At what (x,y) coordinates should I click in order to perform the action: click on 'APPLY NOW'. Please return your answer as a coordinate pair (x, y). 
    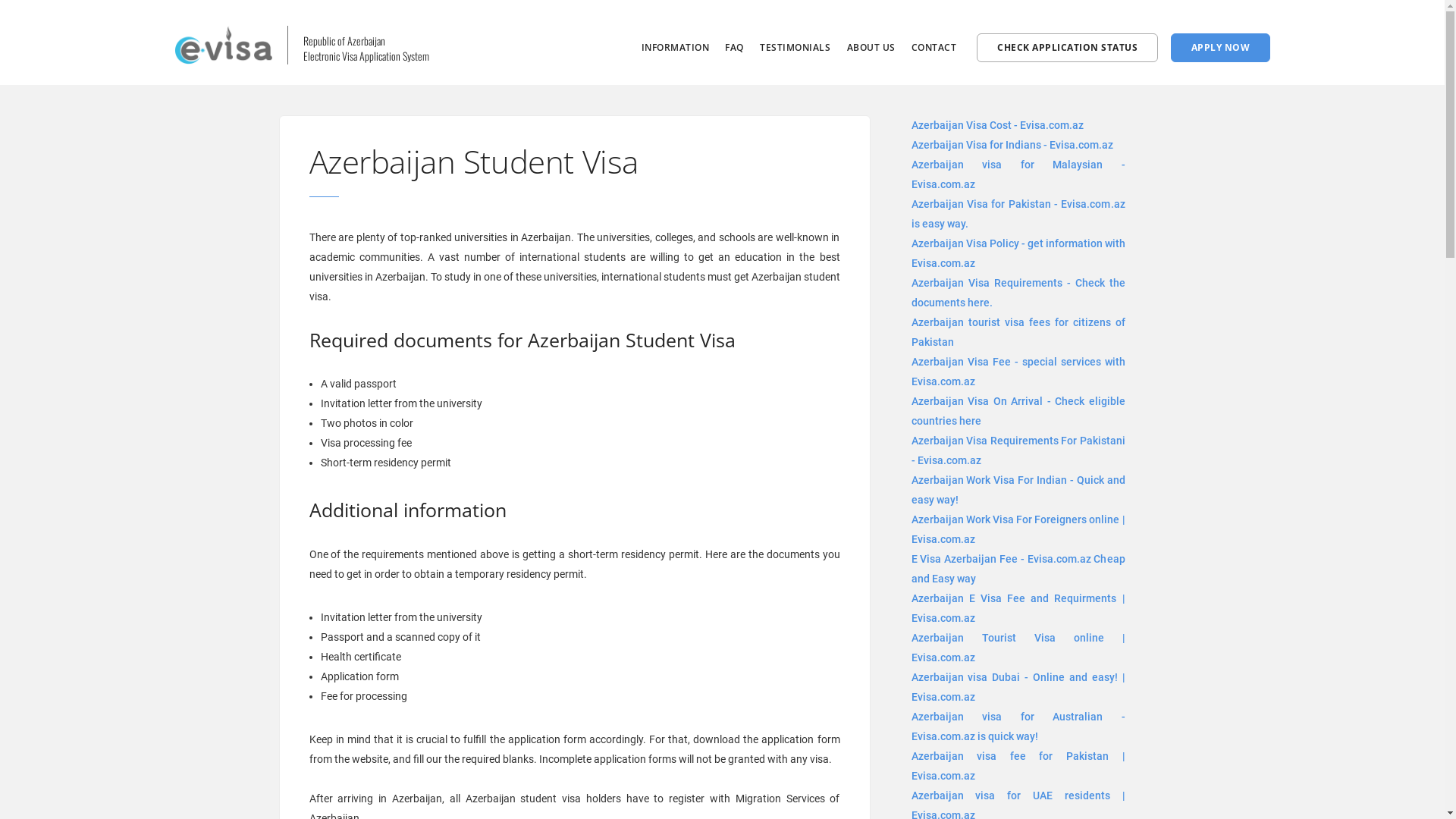
    Looking at the image, I should click on (1220, 46).